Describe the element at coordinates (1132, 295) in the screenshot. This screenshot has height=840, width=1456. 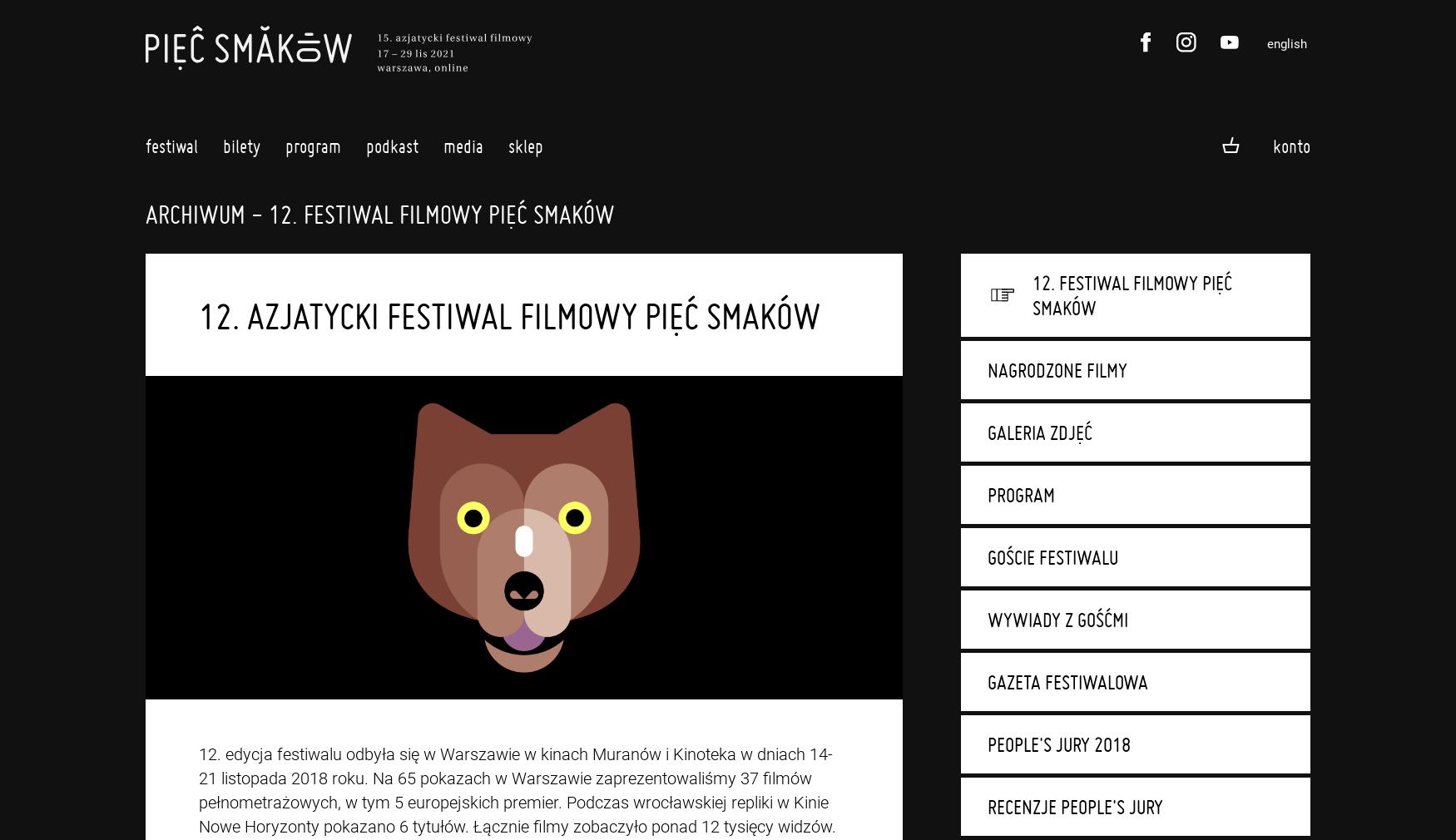
I see `'12. Festiwal Filmowy Pięć Smaków'` at that location.